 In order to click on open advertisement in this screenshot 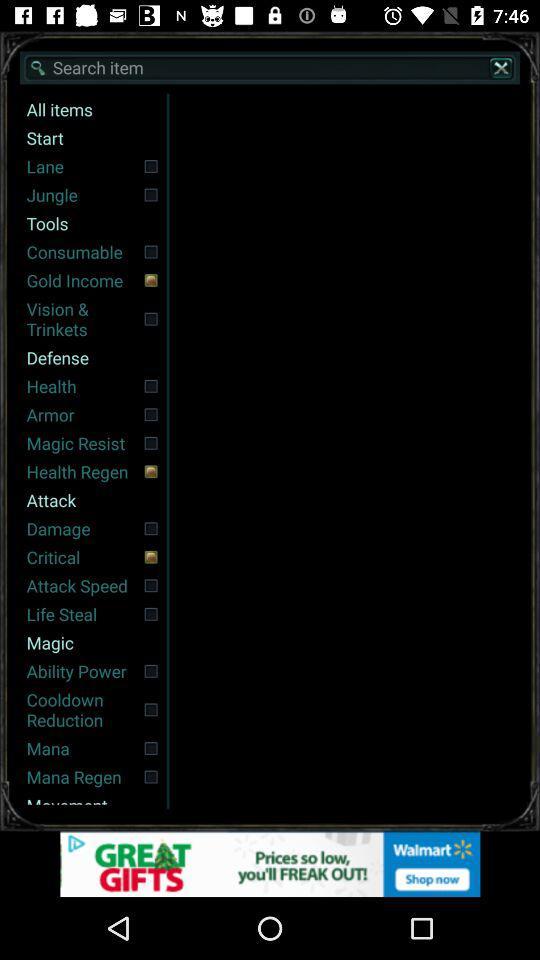, I will do `click(270, 863)`.